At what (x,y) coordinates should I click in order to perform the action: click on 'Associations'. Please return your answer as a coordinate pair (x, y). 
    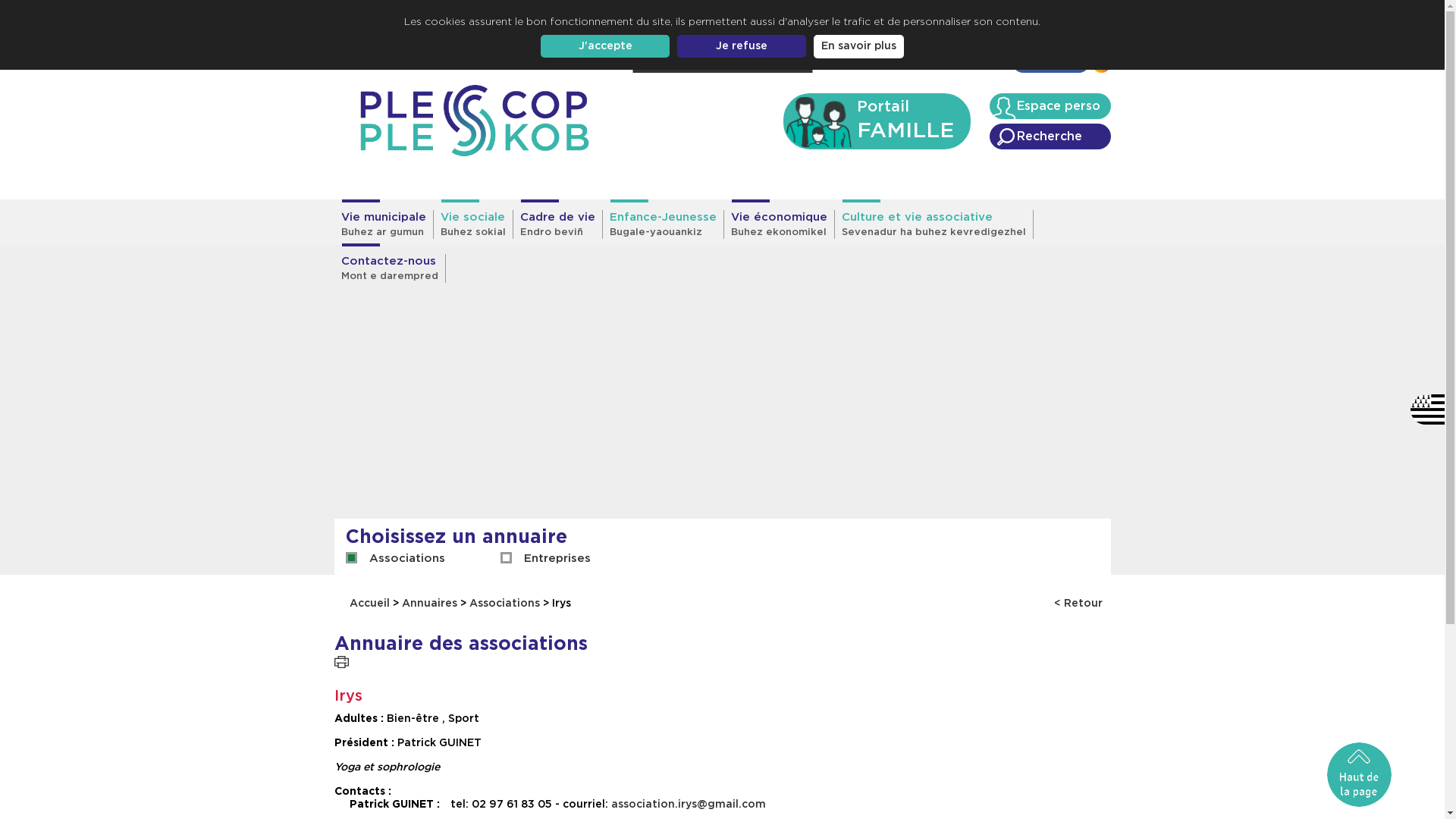
    Looking at the image, I should click on (406, 558).